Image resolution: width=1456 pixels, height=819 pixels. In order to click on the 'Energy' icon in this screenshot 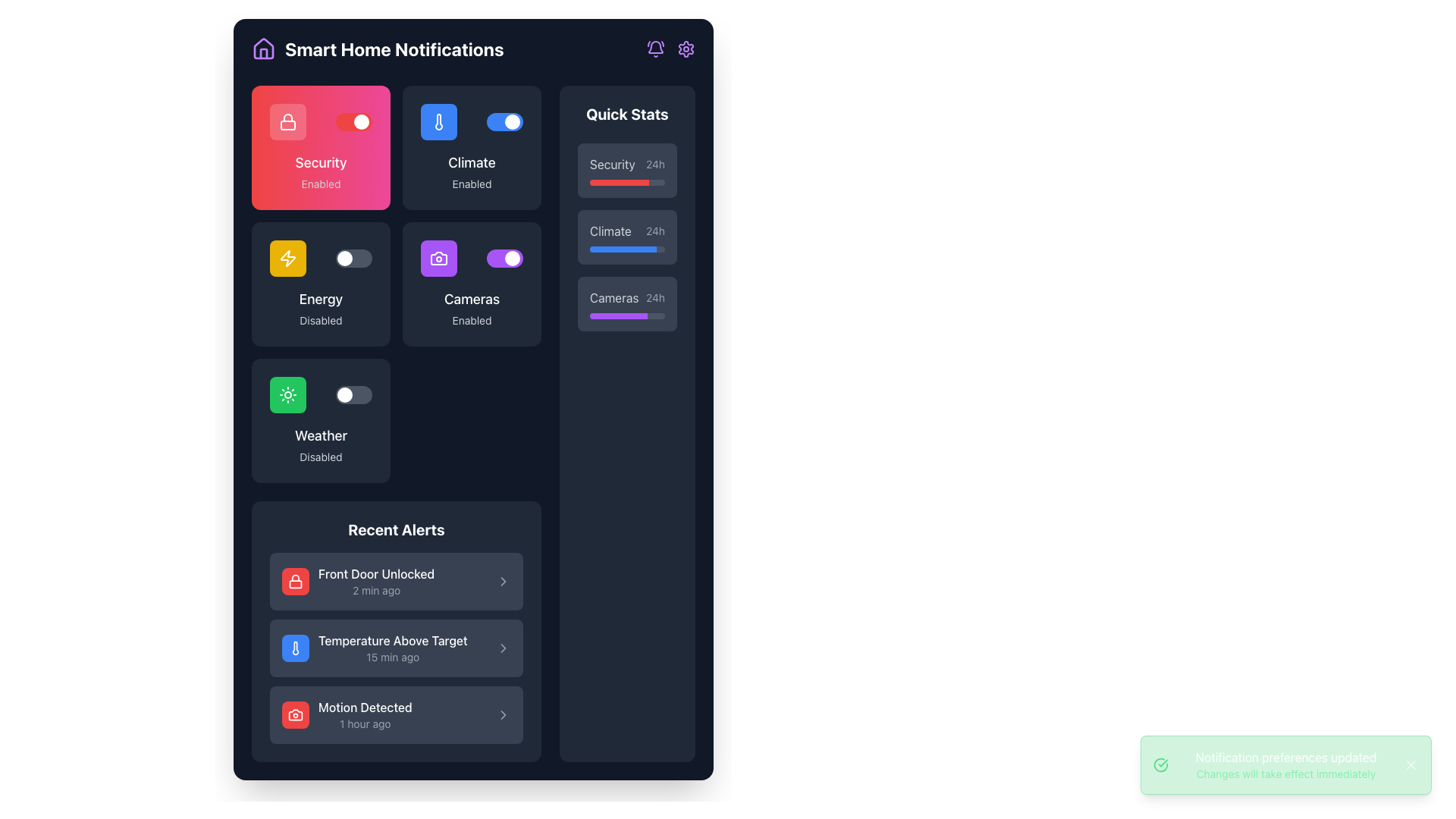, I will do `click(287, 257)`.